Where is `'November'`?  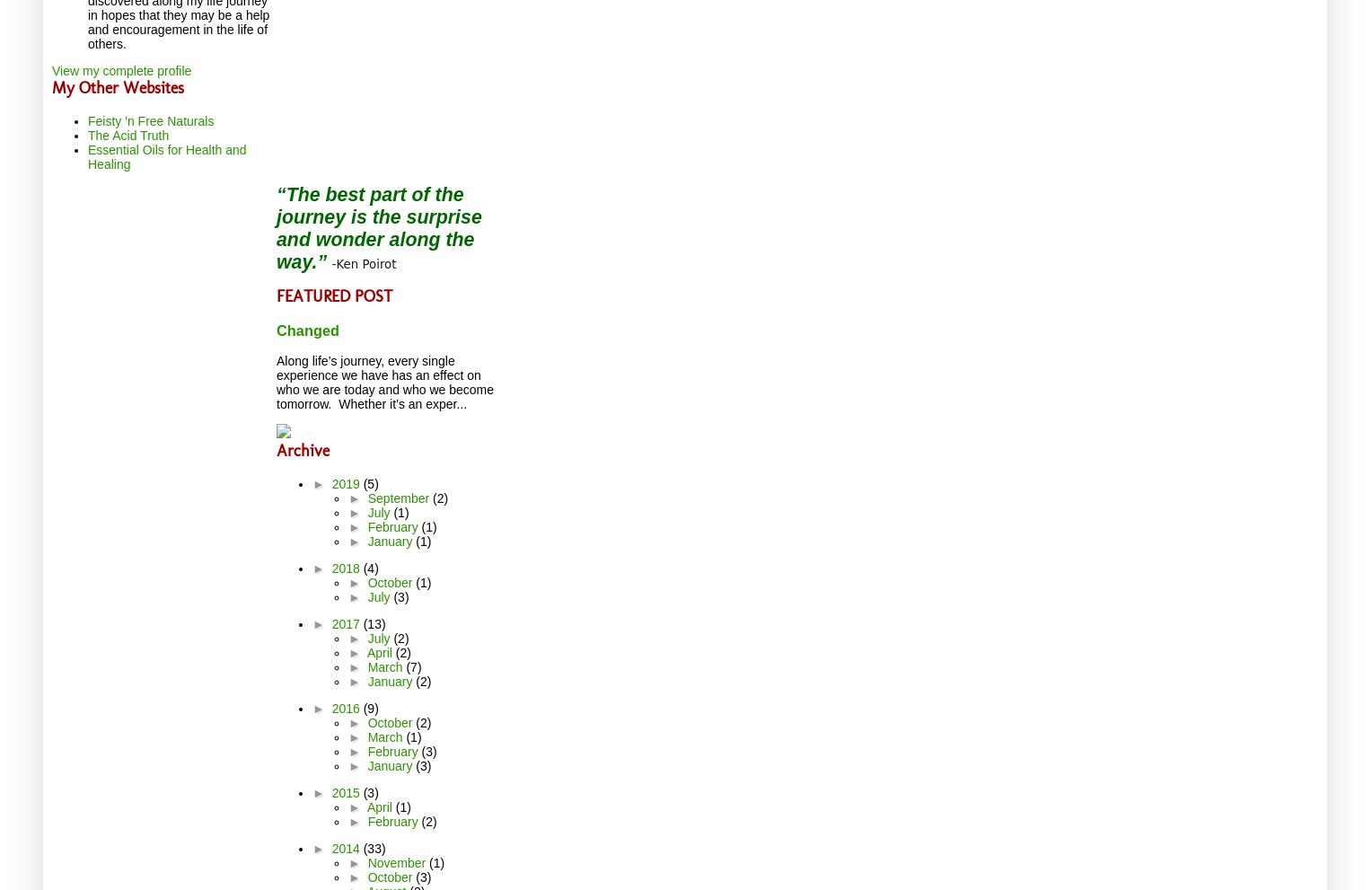 'November' is located at coordinates (398, 862).